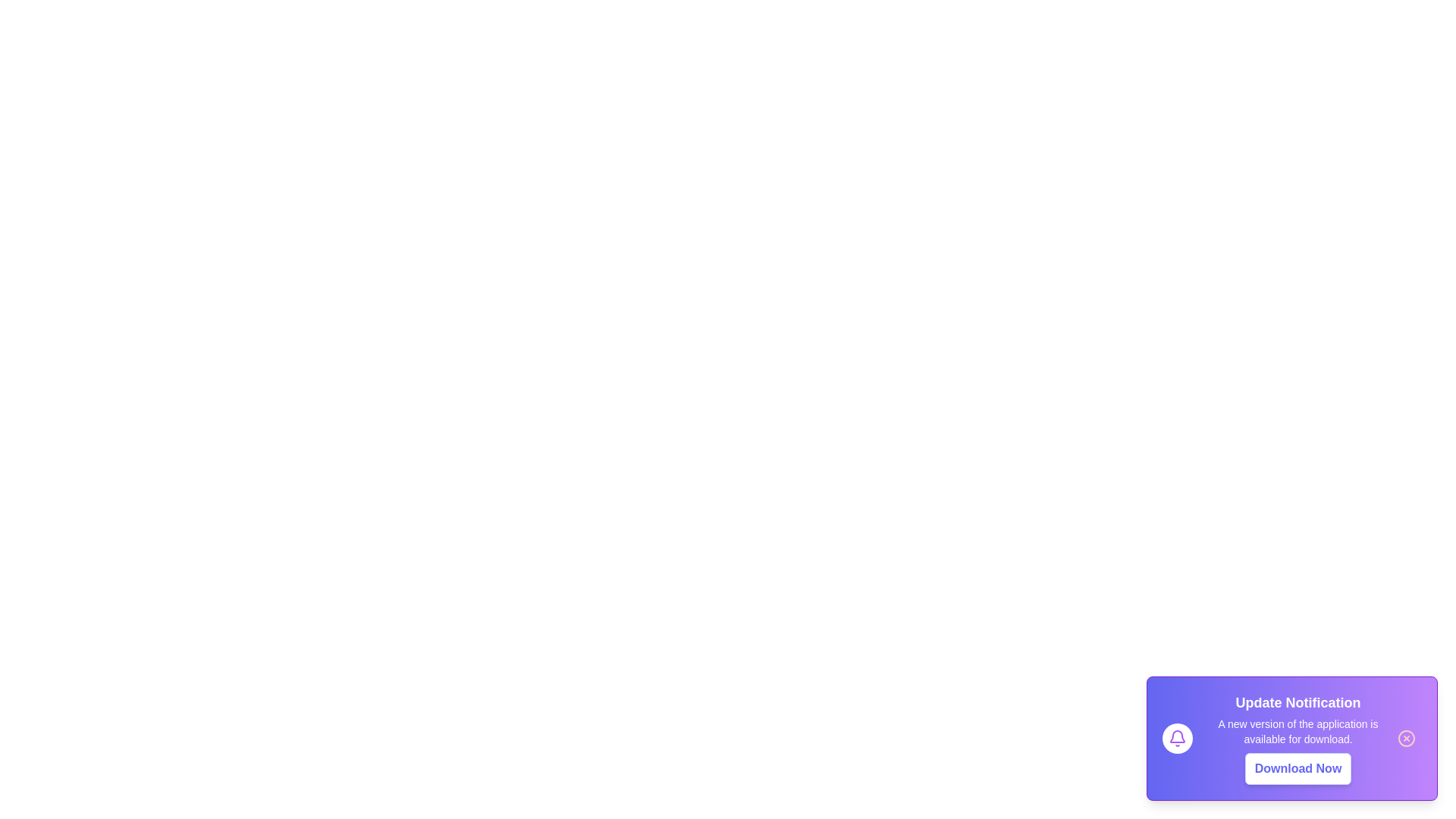  What do you see at coordinates (1177, 738) in the screenshot?
I see `the notification icon to inspect it` at bounding box center [1177, 738].